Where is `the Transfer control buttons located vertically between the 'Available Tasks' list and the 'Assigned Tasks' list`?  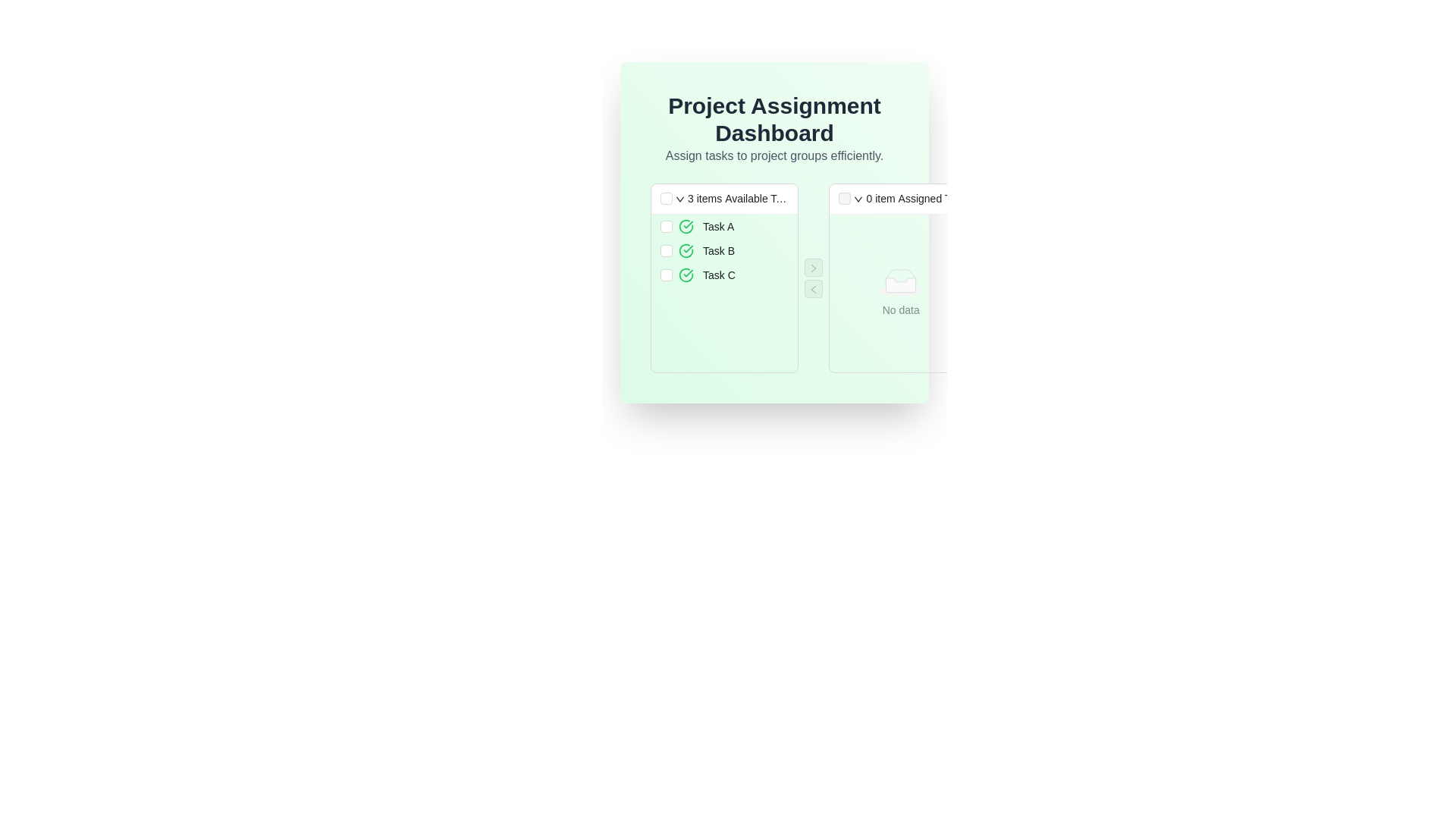
the Transfer control buttons located vertically between the 'Available Tasks' list and the 'Assigned Tasks' list is located at coordinates (813, 278).